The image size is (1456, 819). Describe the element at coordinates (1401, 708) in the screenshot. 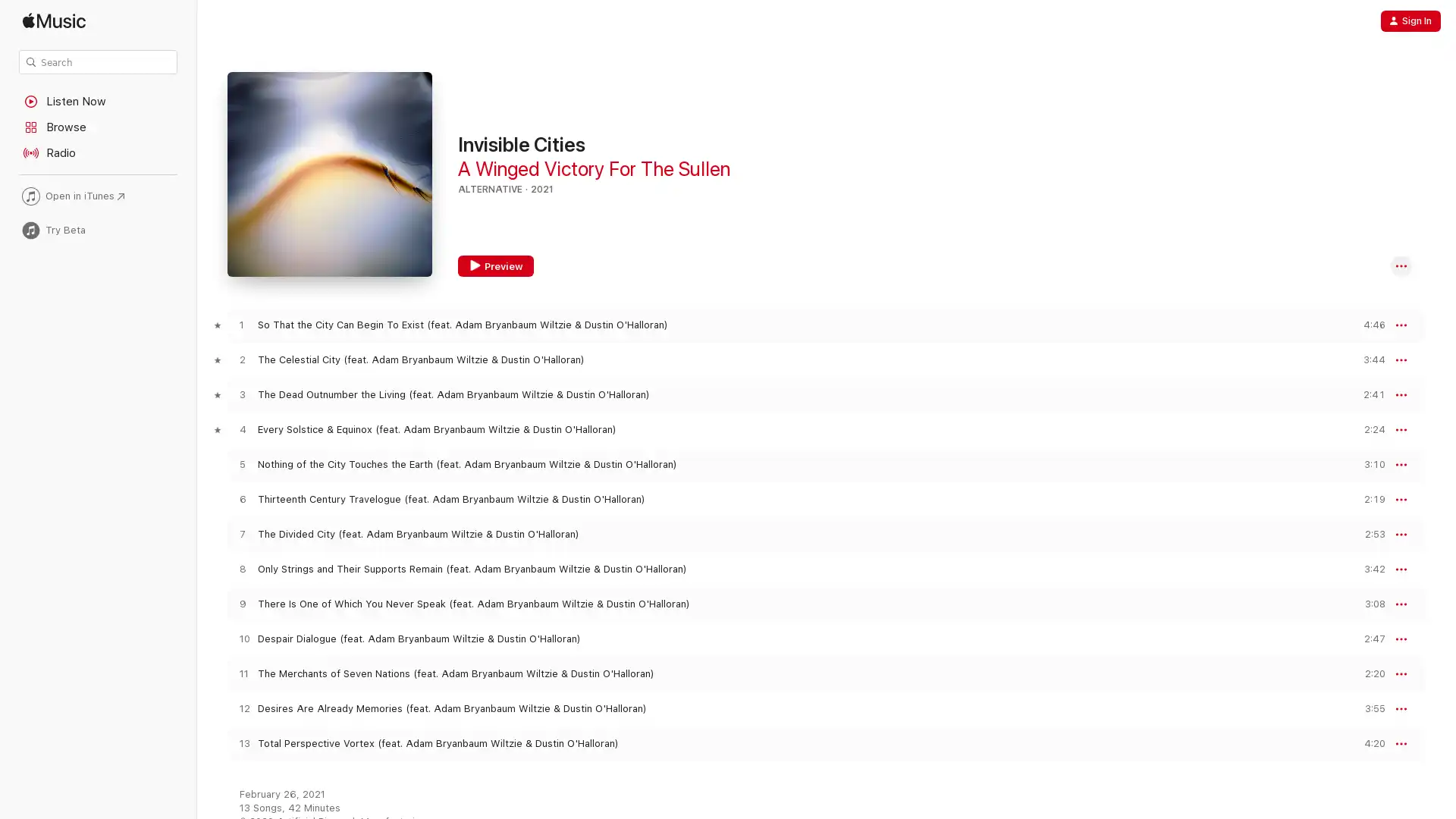

I see `More` at that location.